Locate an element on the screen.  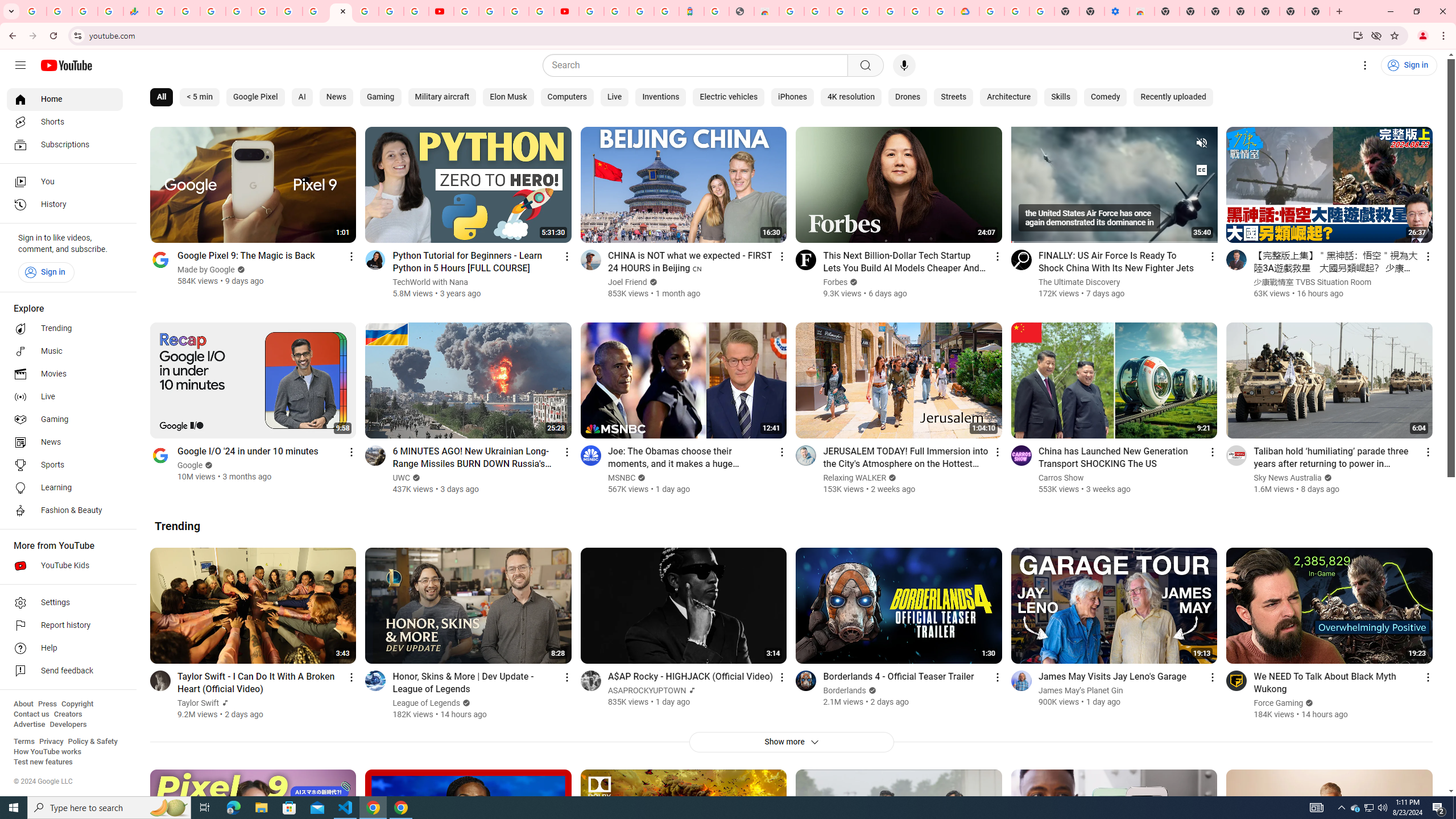
'Sports' is located at coordinates (64, 464).